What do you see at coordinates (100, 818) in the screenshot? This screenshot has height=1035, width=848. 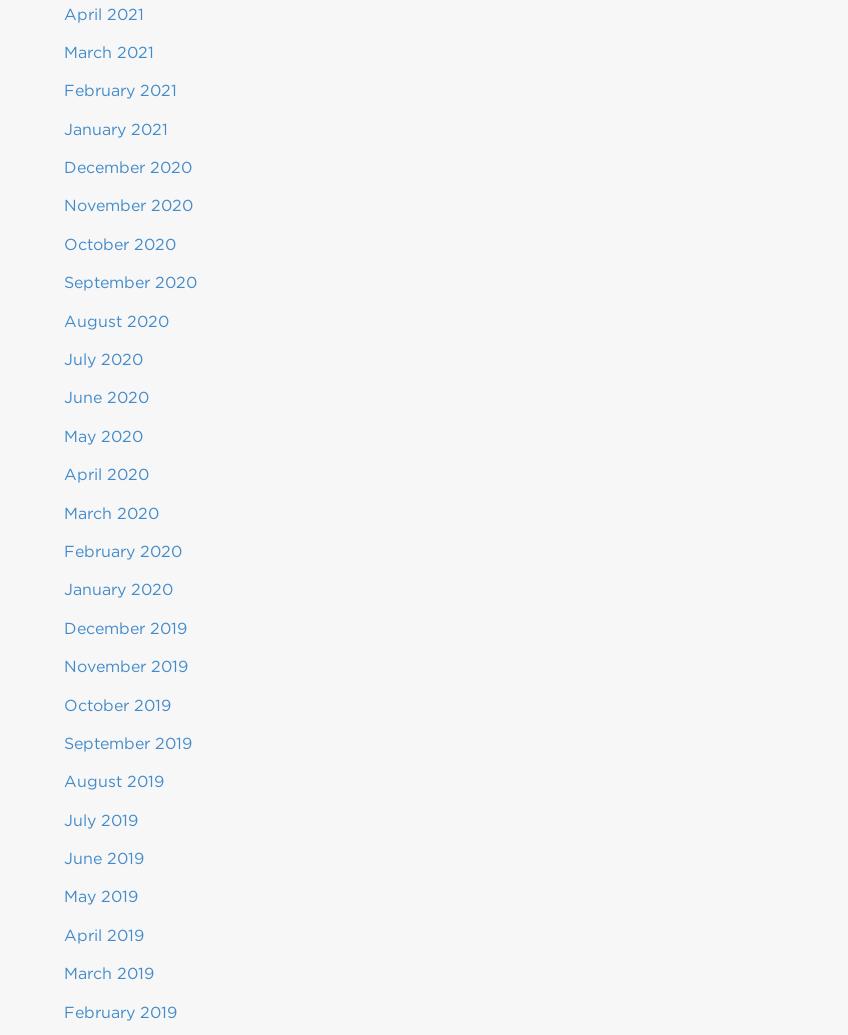 I see `'July 2019'` at bounding box center [100, 818].